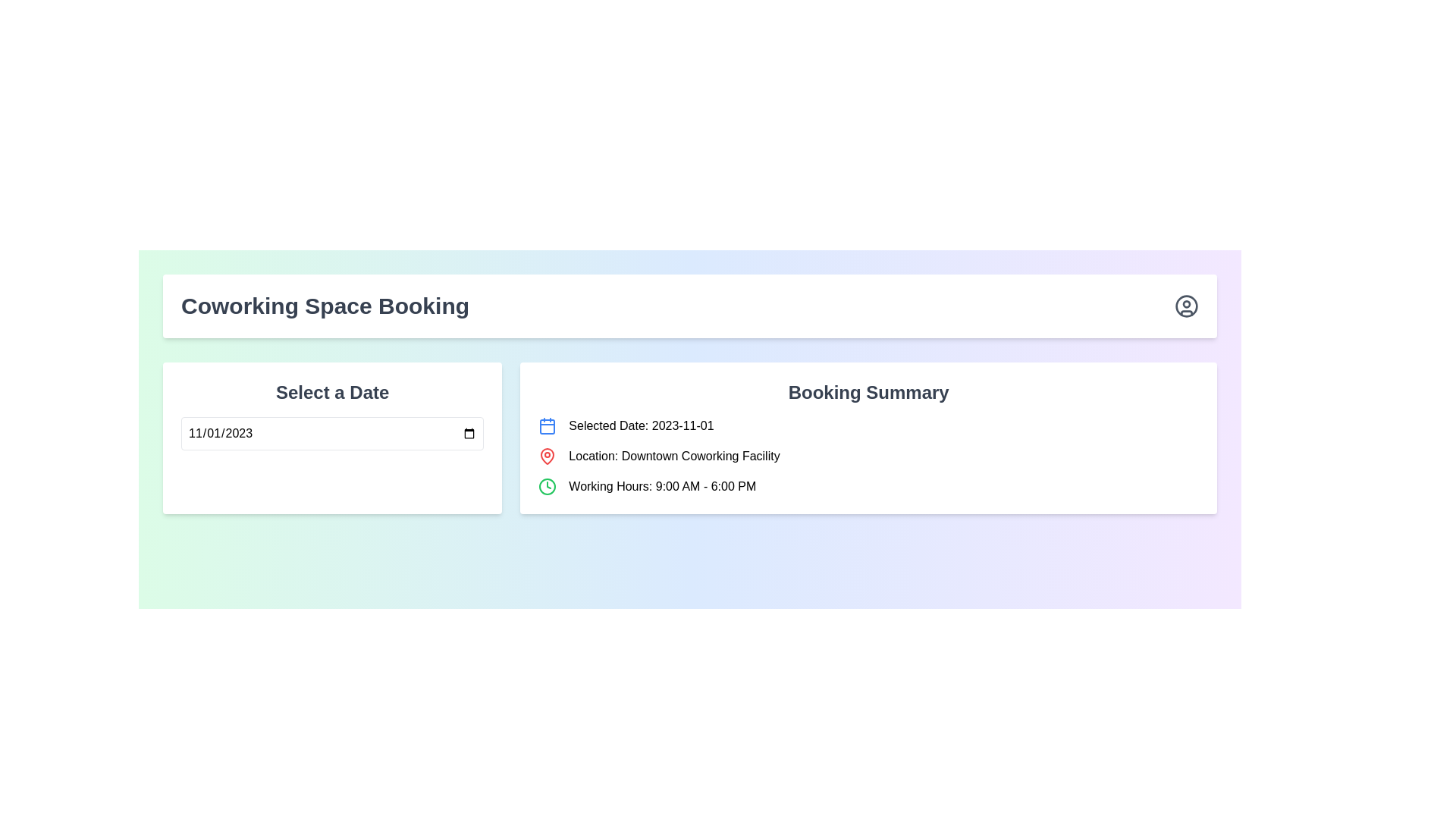 The height and width of the screenshot is (819, 1456). Describe the element at coordinates (641, 426) in the screenshot. I see `the text display element labeled 'Selected Date:' which shows the date value '2023-11-01' in the Booking Summary section` at that location.